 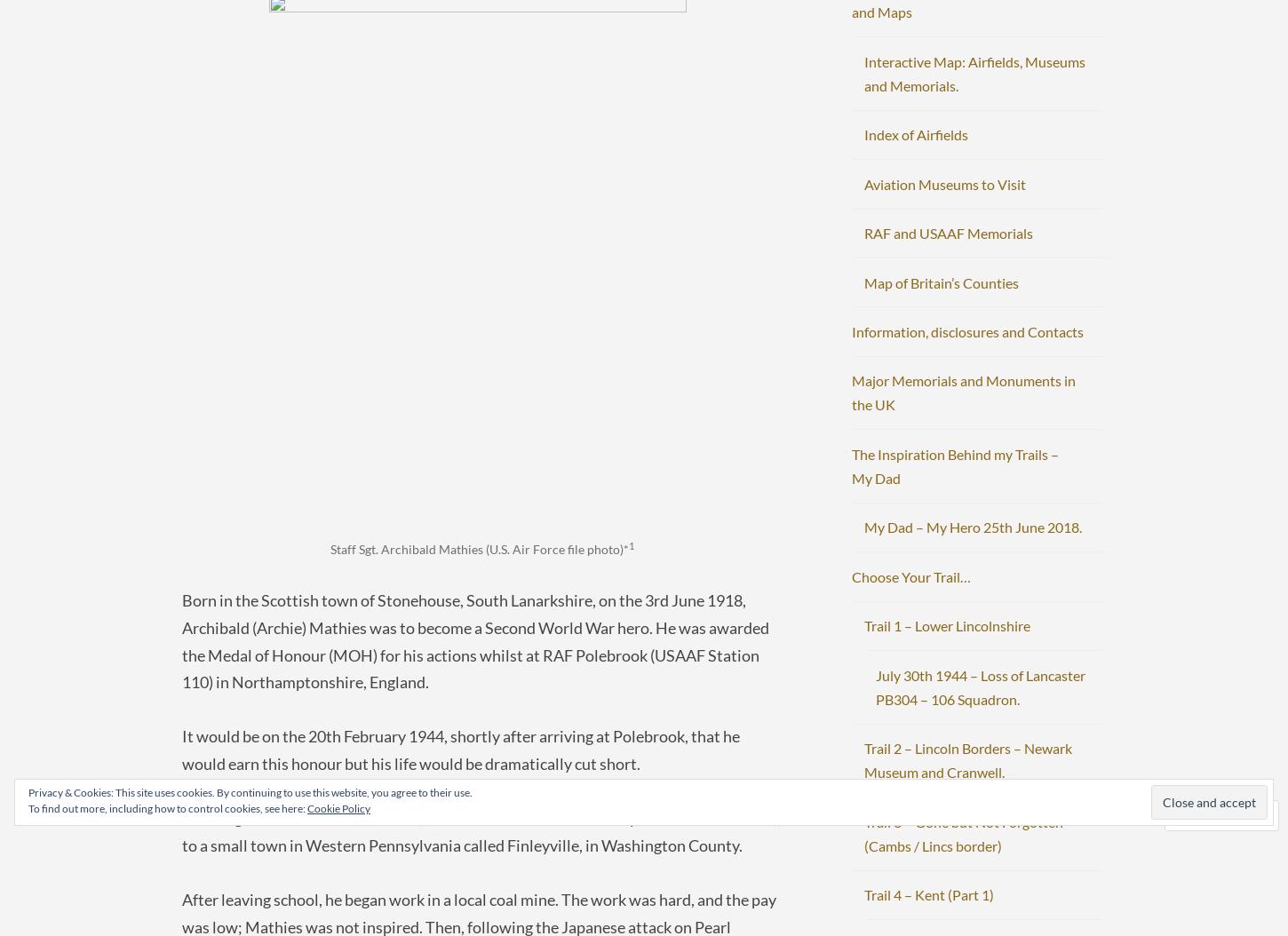 I want to click on 'Index of Airfields', so click(x=915, y=134).